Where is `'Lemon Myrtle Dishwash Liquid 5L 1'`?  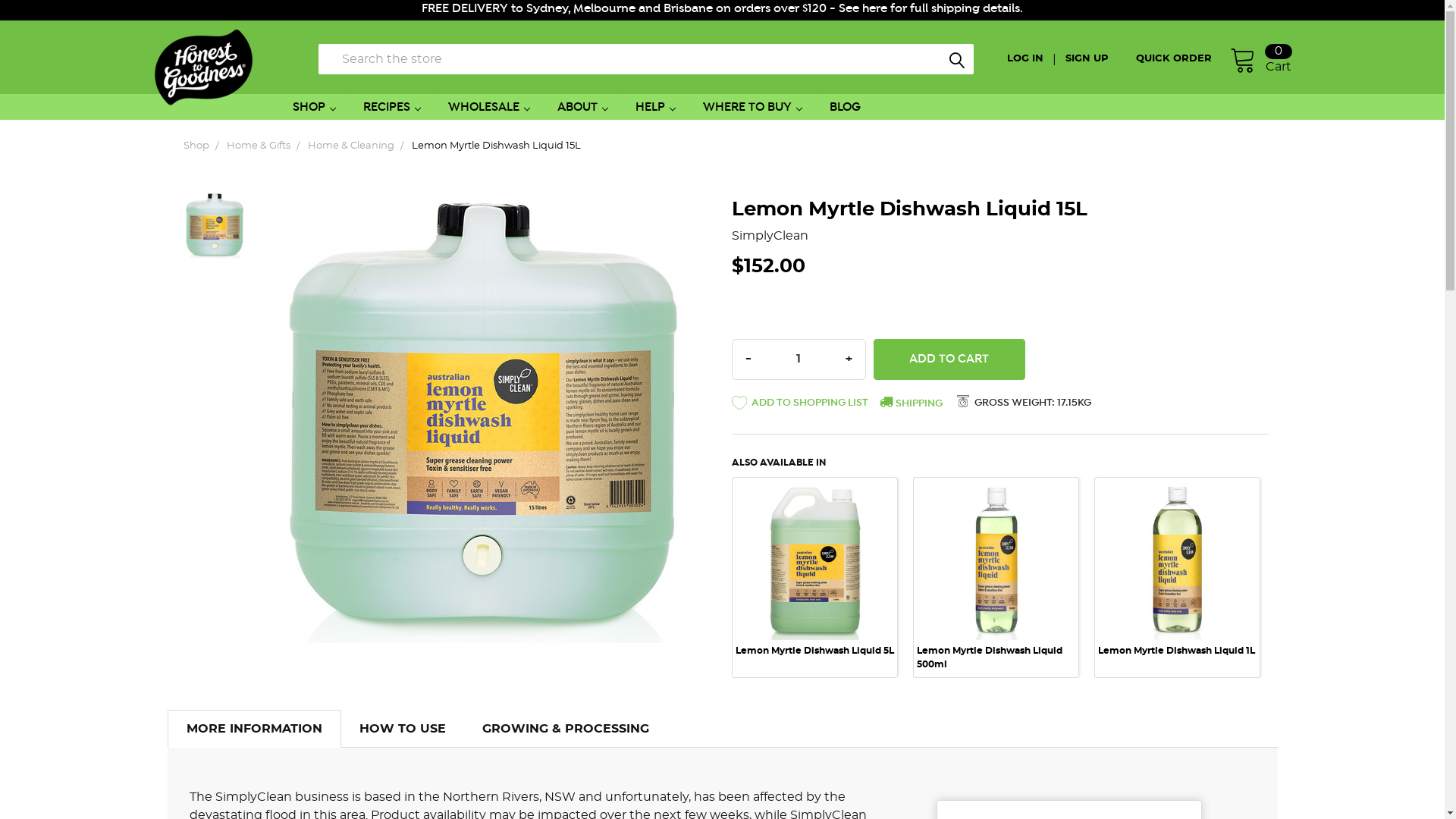
'Lemon Myrtle Dishwash Liquid 5L 1' is located at coordinates (814, 560).